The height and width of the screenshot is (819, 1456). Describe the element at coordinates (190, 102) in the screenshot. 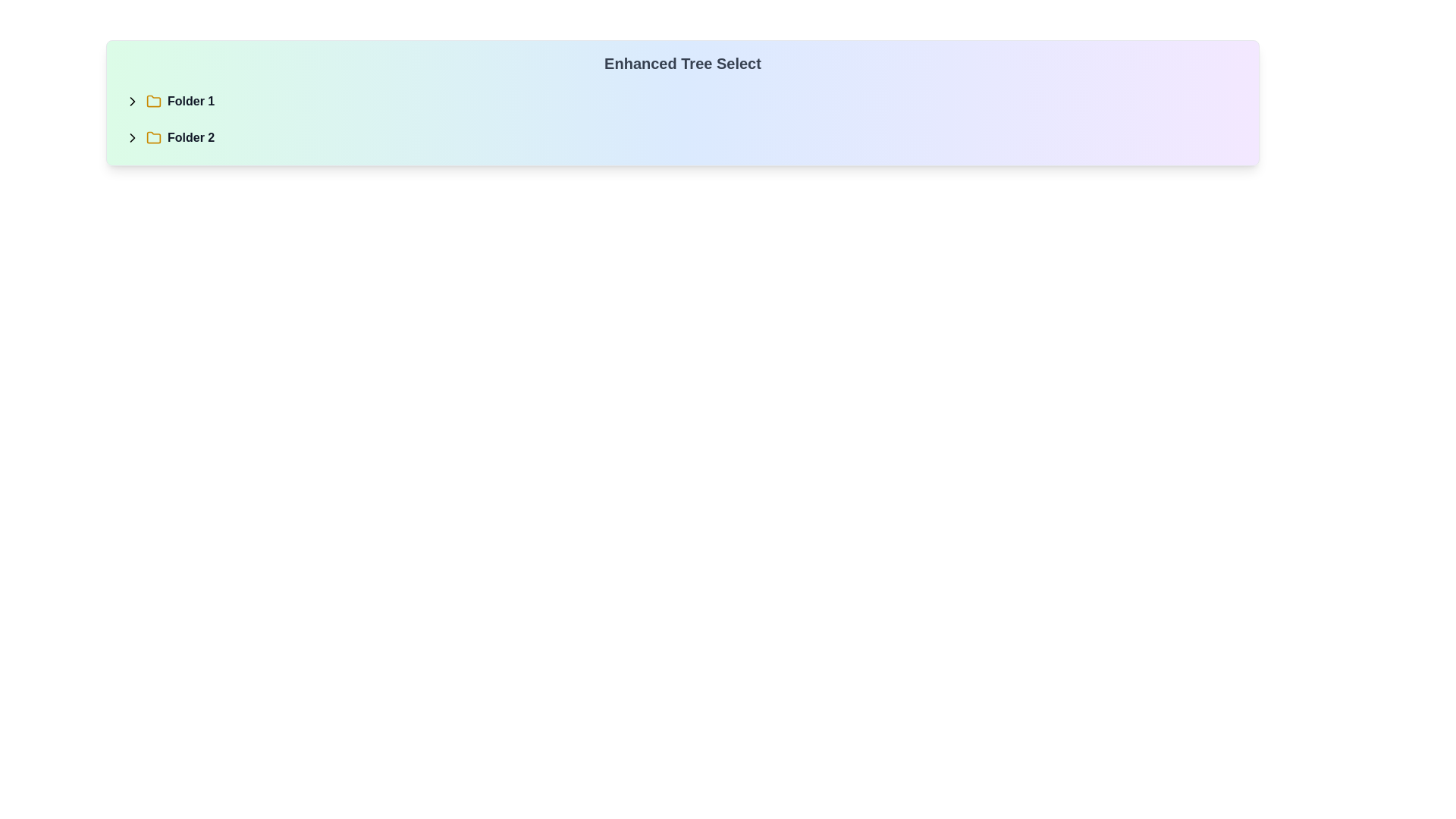

I see `the 'Folder 1' label in the first list item of the sidebar menu, which is styled in bold dark gray and adjacent to a folder icon` at that location.